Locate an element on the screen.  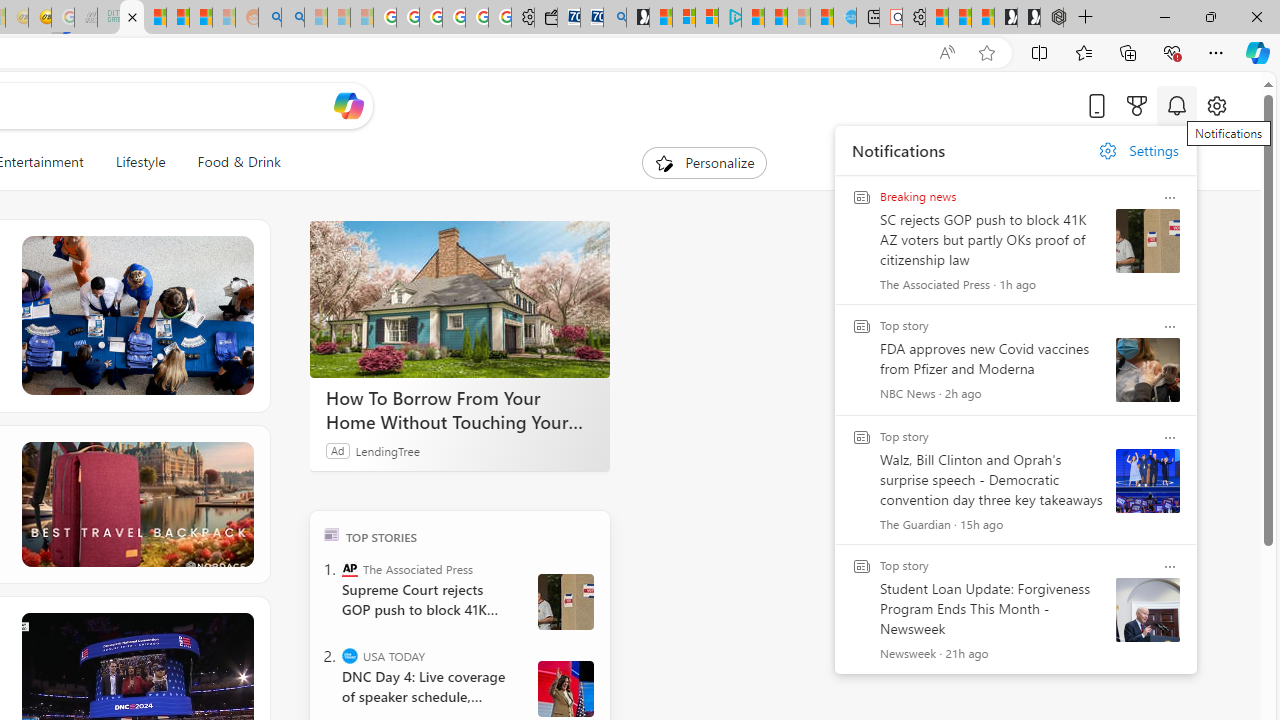
'The Associated Press' is located at coordinates (350, 568).